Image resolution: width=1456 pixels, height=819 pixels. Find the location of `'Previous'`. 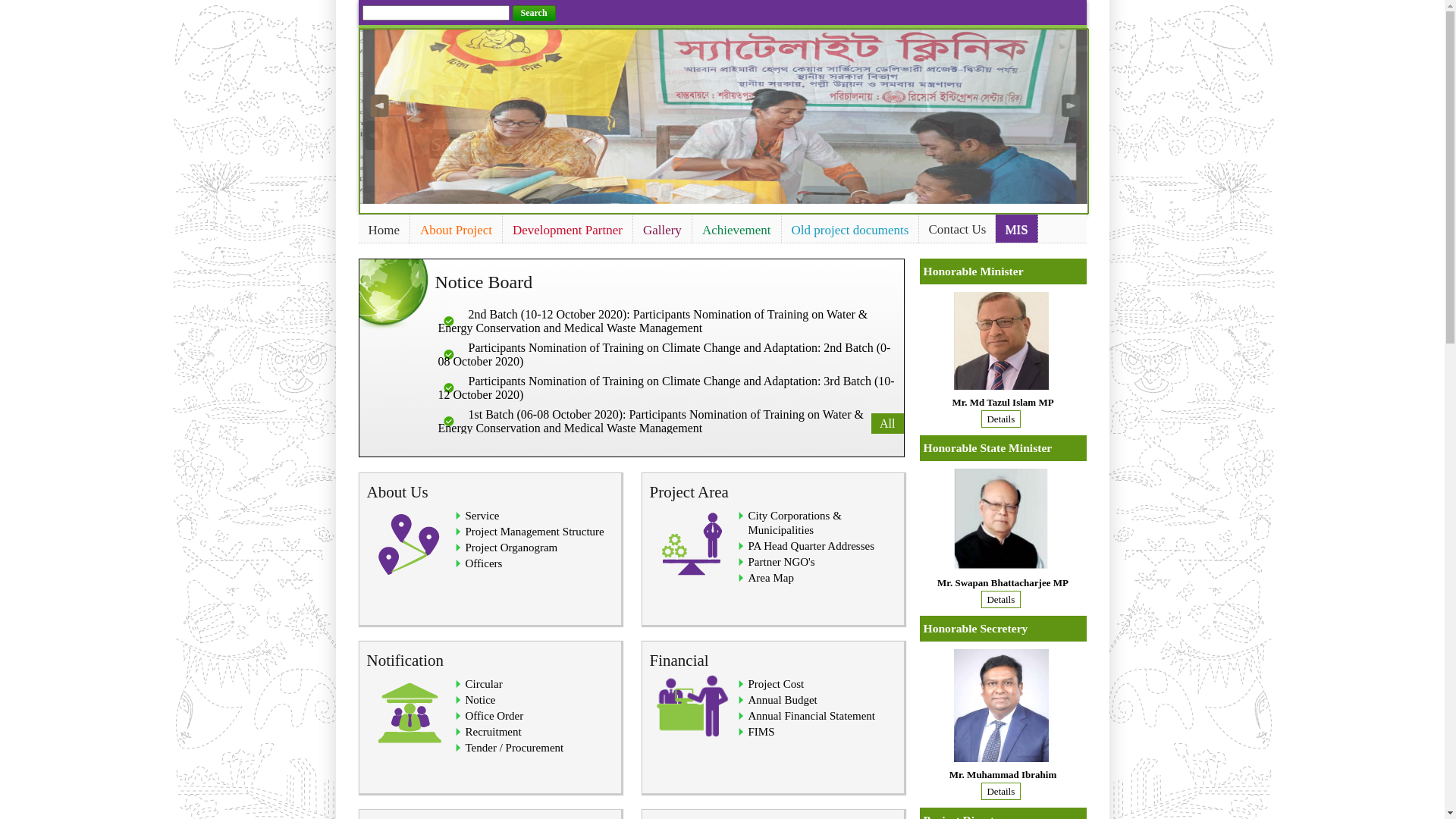

'Previous' is located at coordinates (359, 113).